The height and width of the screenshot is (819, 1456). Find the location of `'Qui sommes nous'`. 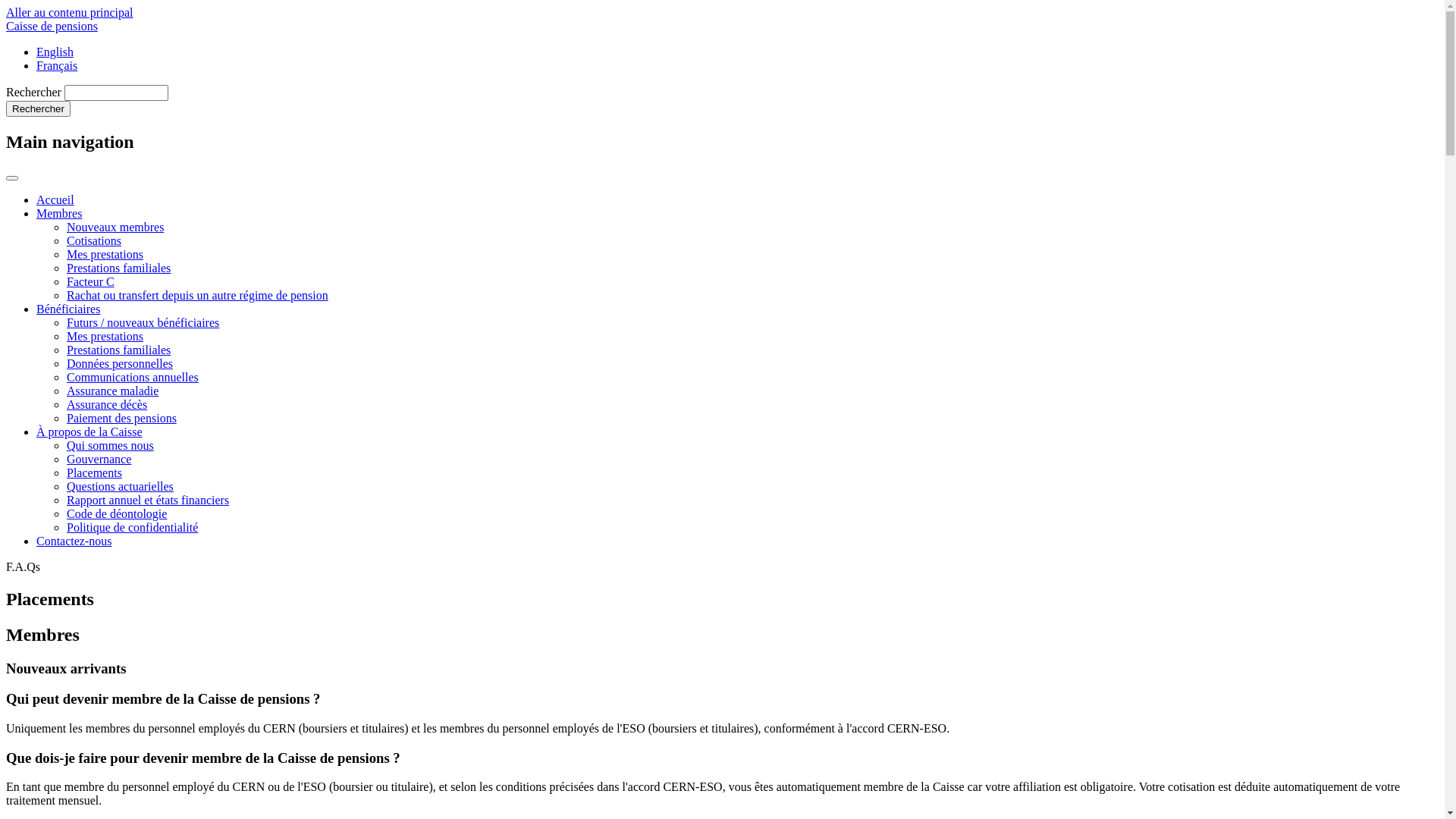

'Qui sommes nous' is located at coordinates (109, 444).